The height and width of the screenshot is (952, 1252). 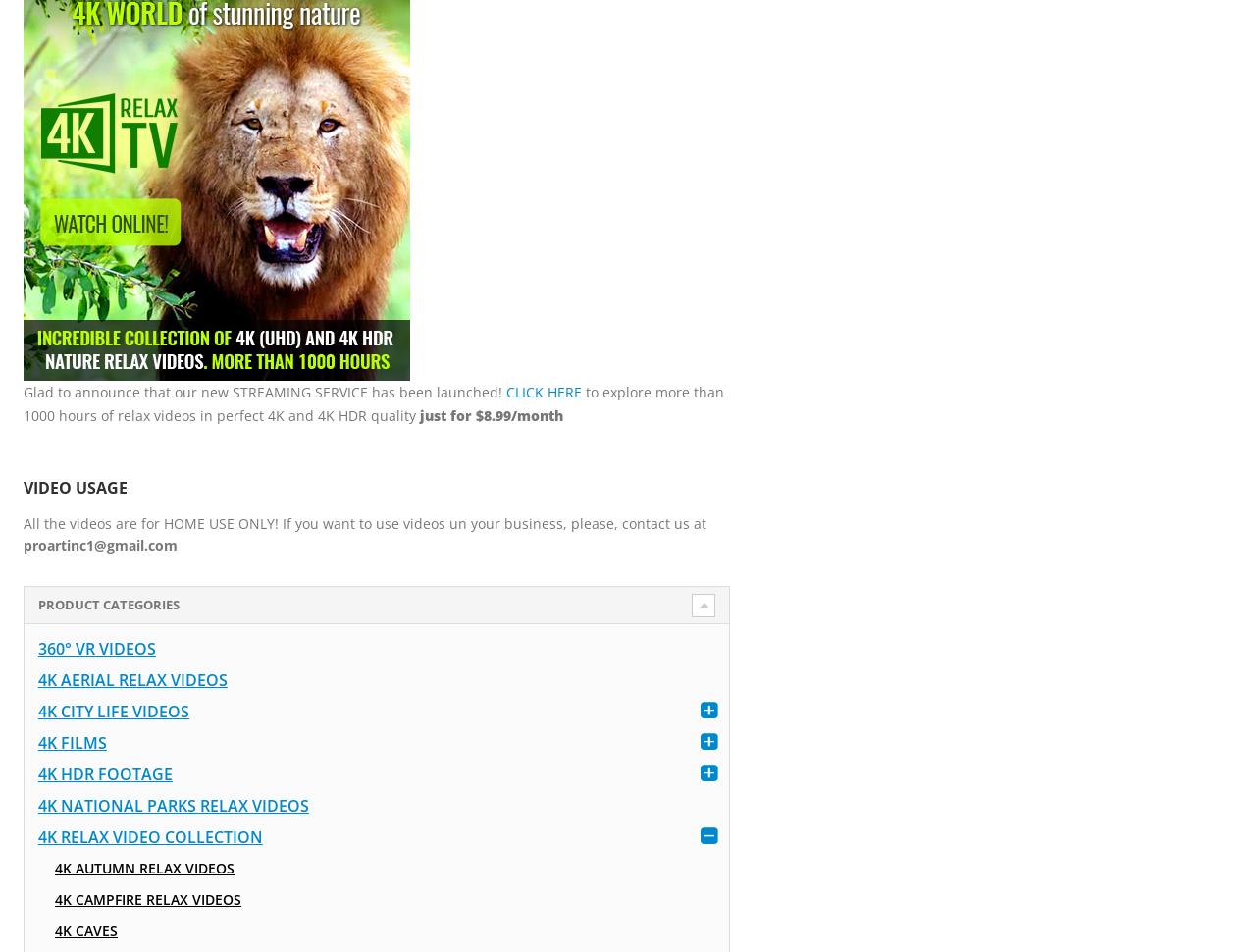 I want to click on 'Glad to announce that our new STREAMING SERVICE has been launched!', so click(x=264, y=391).